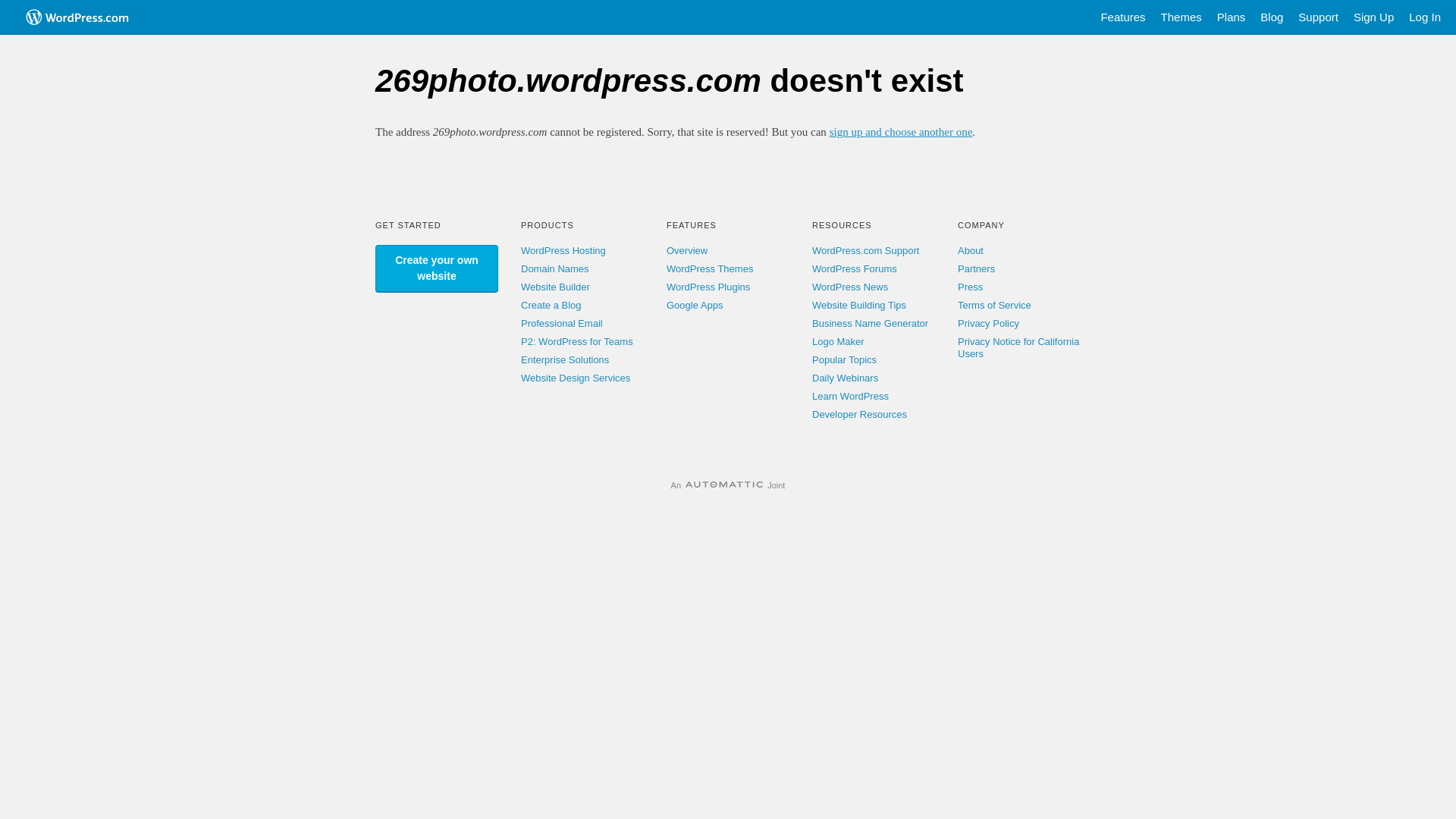 This screenshot has width=1456, height=819. I want to click on 'Domain Names', so click(554, 268).